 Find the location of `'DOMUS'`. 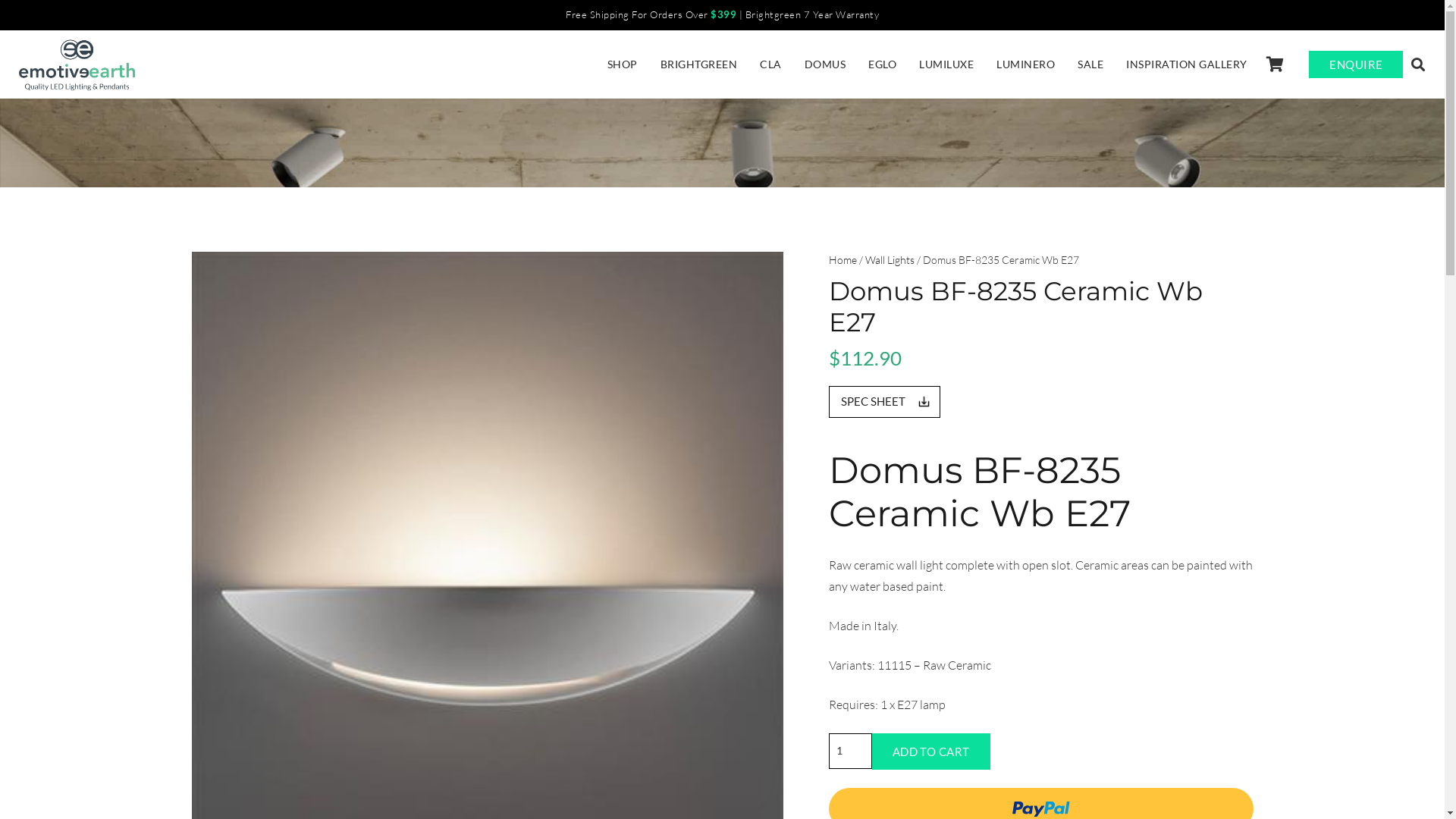

'DOMUS' is located at coordinates (824, 63).